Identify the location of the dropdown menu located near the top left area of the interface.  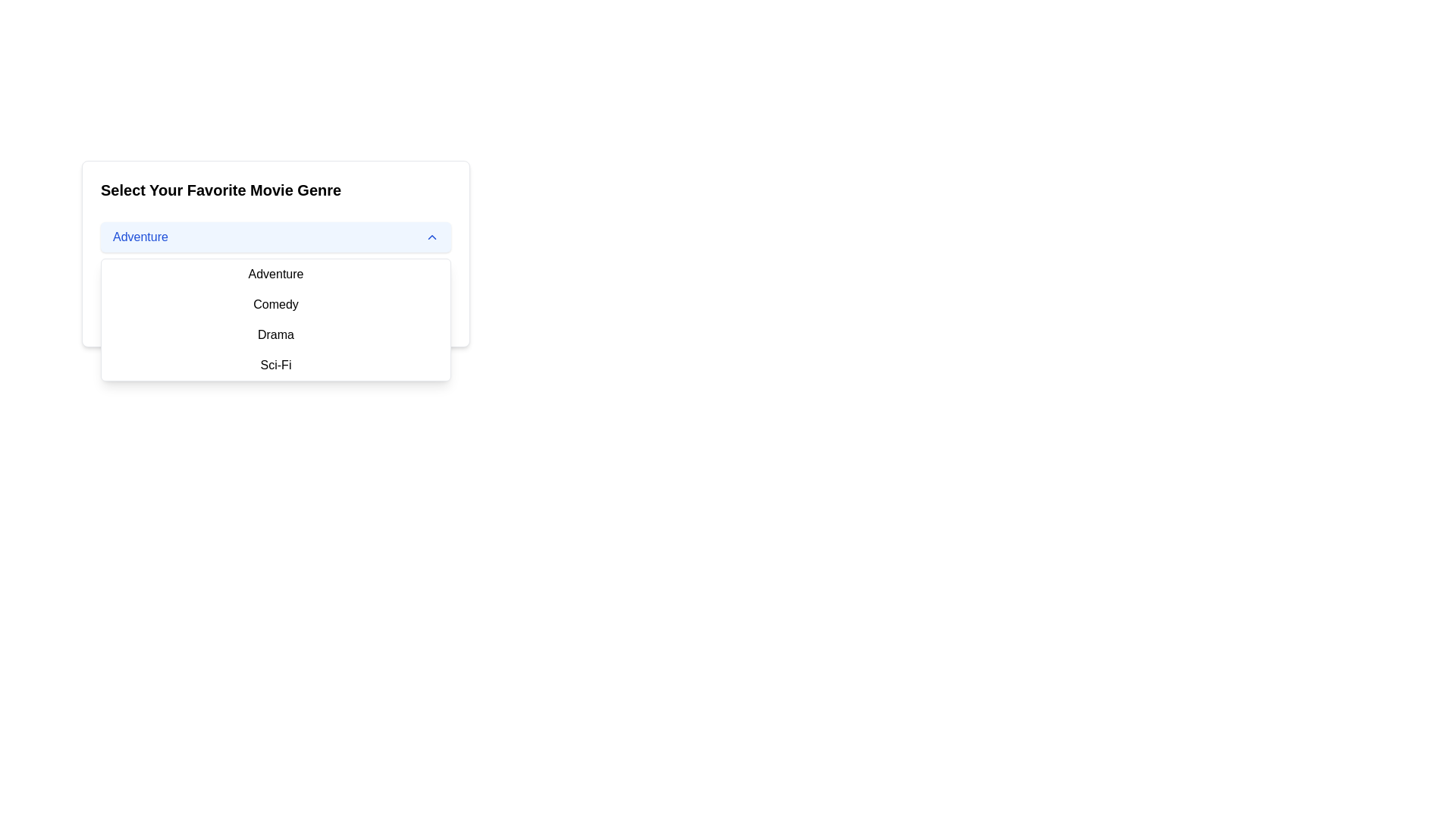
(276, 253).